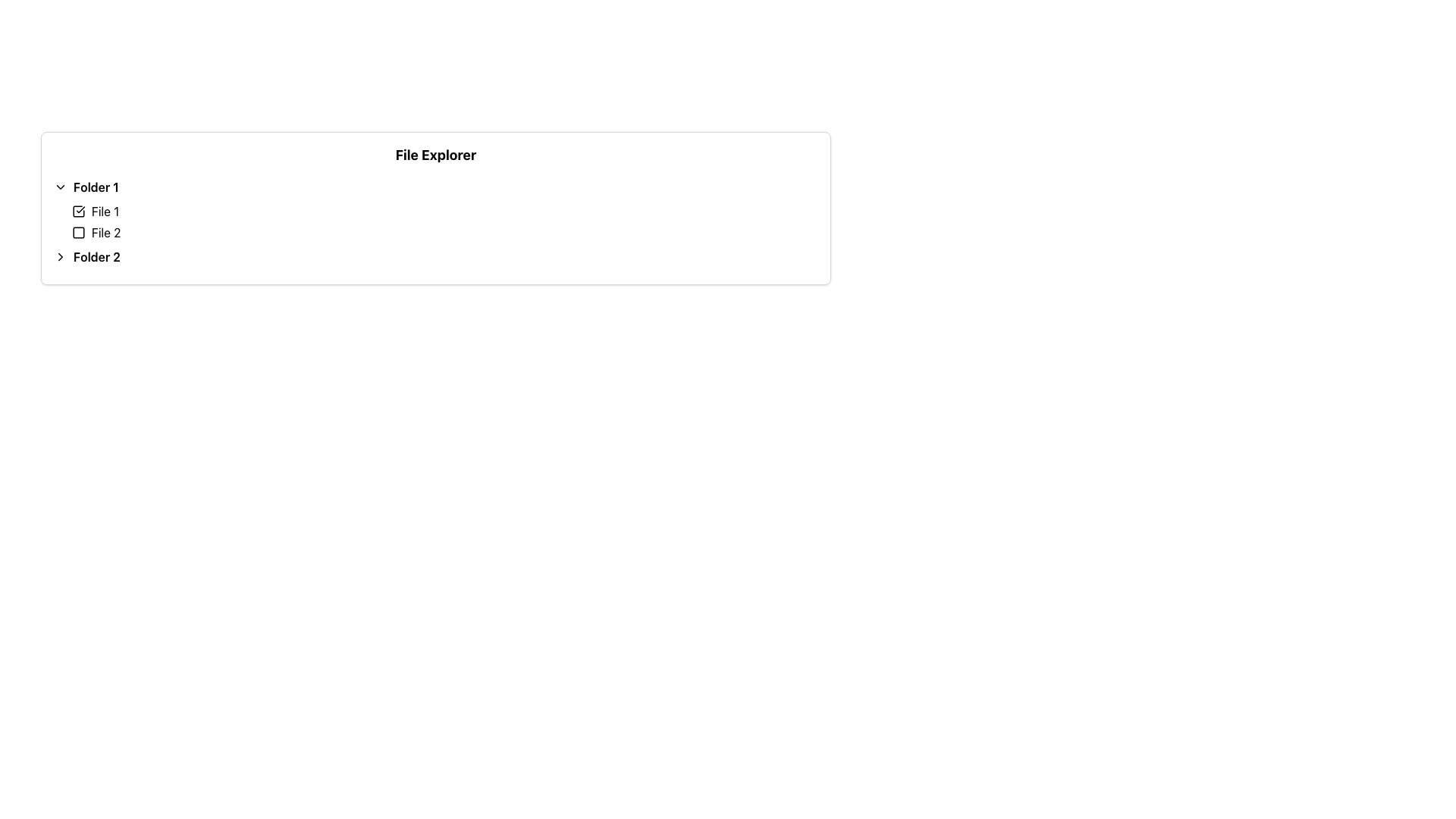 This screenshot has width=1456, height=819. What do you see at coordinates (78, 233) in the screenshot?
I see `the center of the Checkbox icon located next to the text 'File 2'` at bounding box center [78, 233].